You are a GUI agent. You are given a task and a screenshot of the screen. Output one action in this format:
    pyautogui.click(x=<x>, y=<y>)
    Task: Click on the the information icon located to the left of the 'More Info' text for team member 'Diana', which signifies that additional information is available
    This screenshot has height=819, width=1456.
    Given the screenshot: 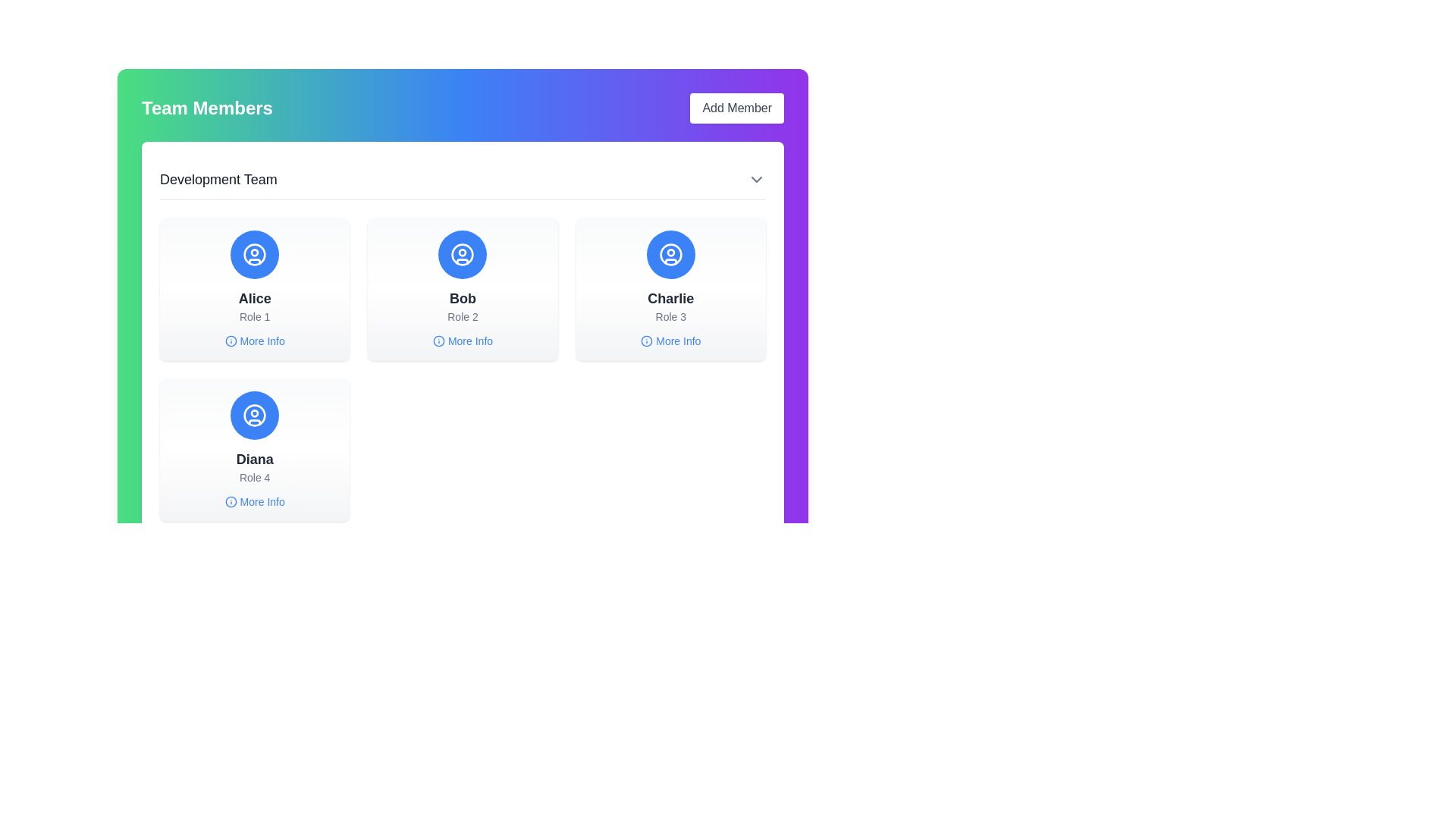 What is the action you would take?
    pyautogui.click(x=230, y=502)
    